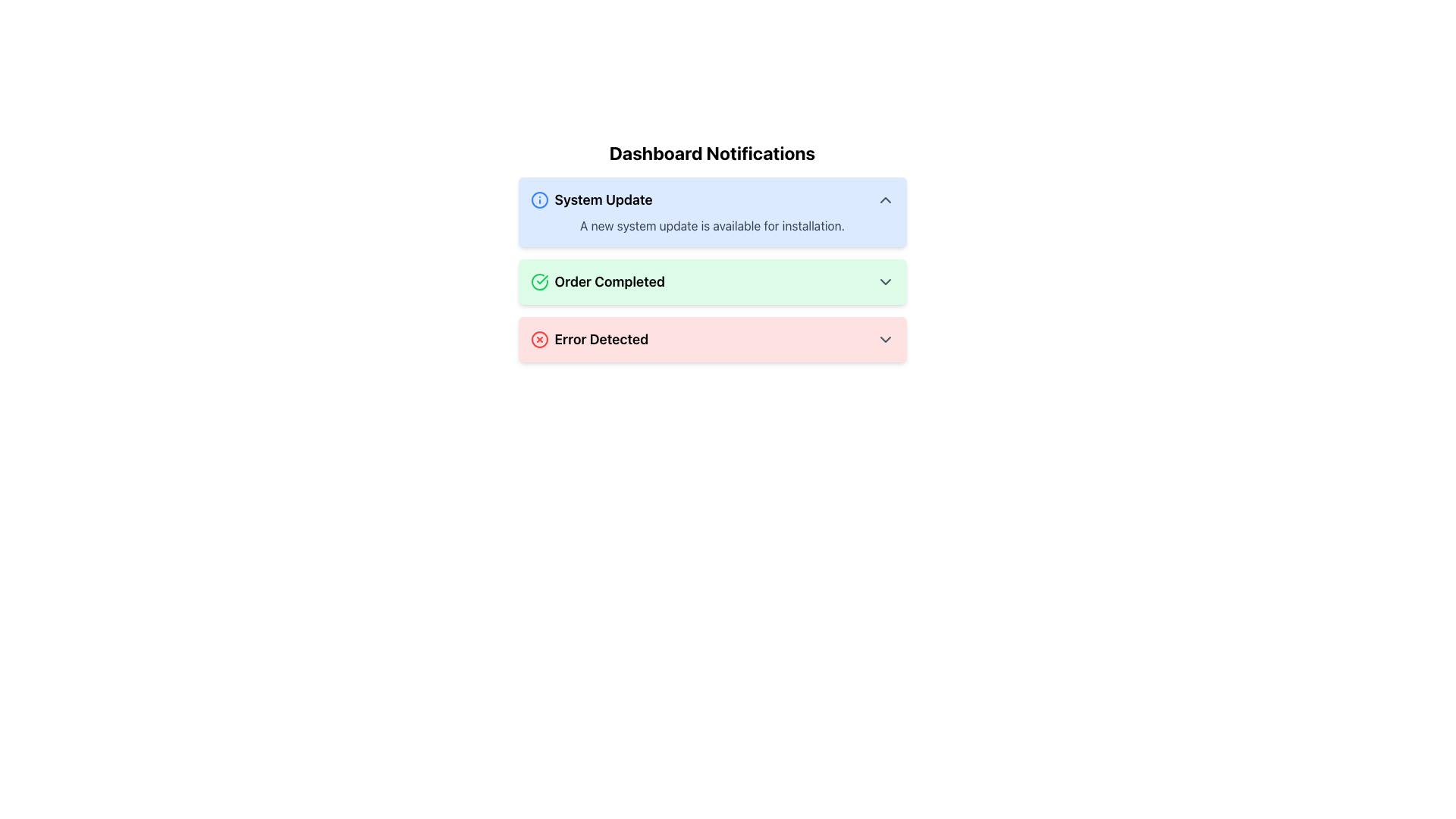  What do you see at coordinates (539, 338) in the screenshot?
I see `the SVG circle element representing an error or warning state in the 'Error Detected' notification panel, which is the third panel in the column of notifications` at bounding box center [539, 338].